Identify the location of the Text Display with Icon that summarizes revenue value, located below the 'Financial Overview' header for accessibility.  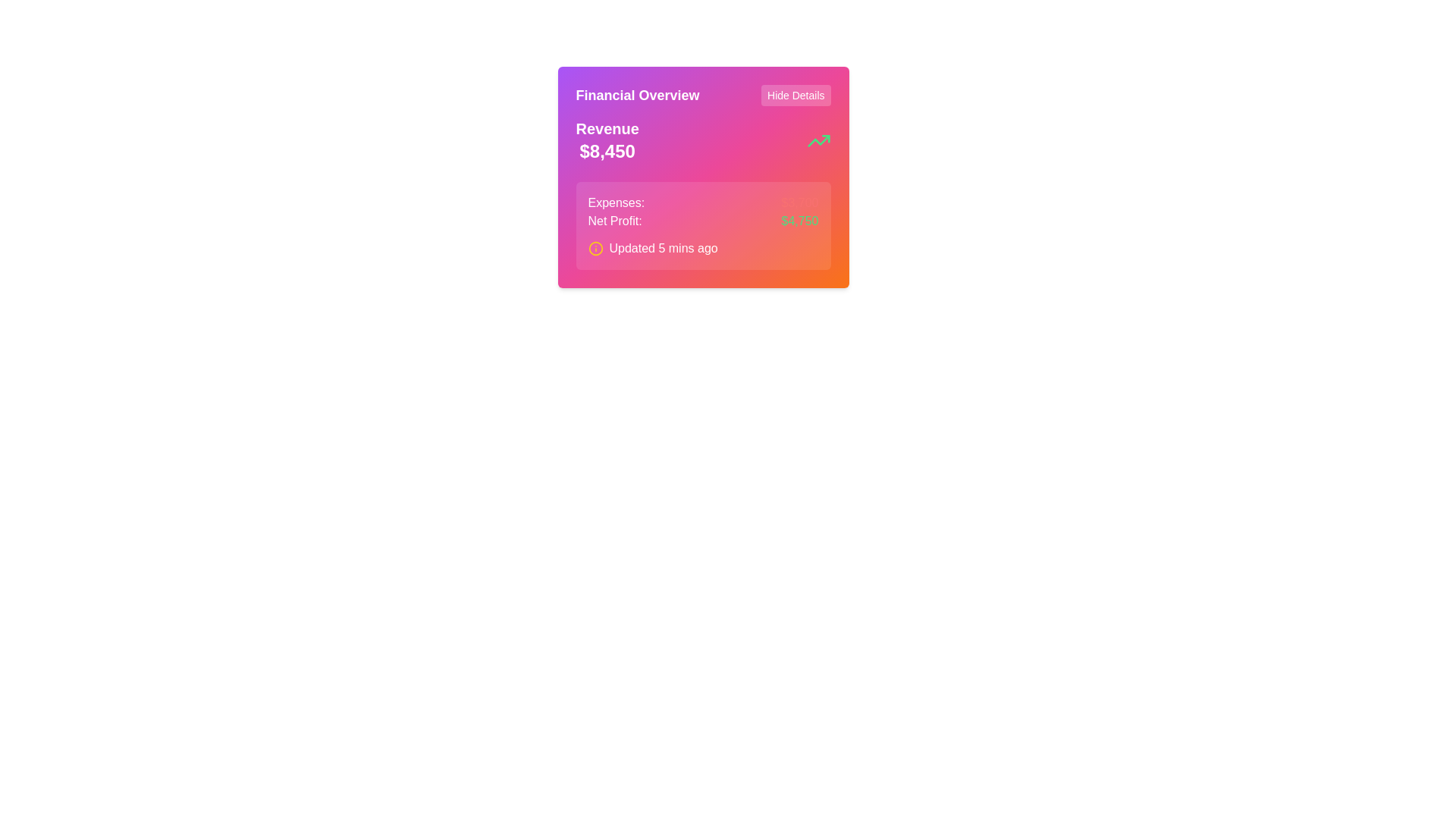
(702, 140).